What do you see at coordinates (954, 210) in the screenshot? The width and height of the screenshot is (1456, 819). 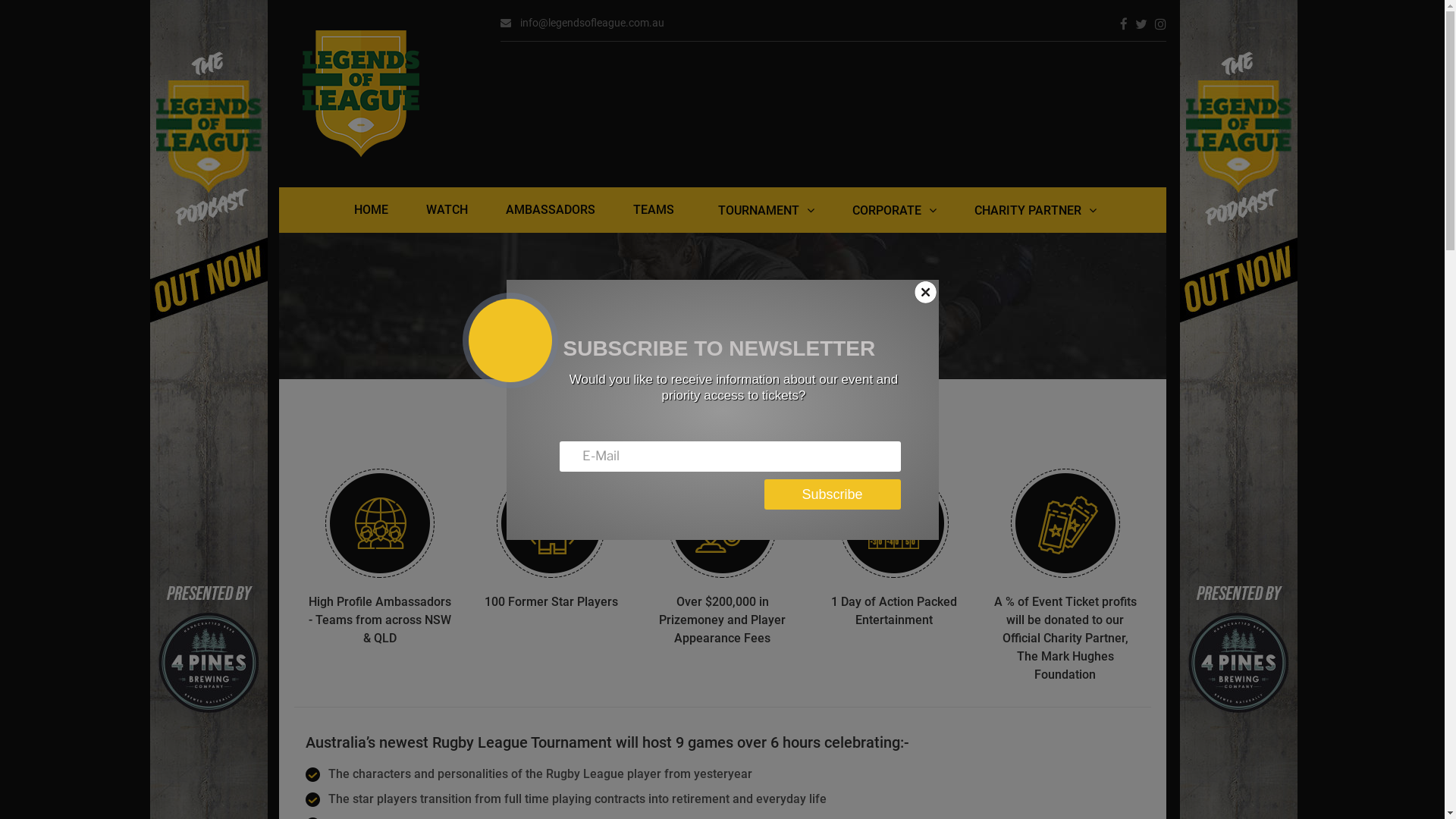 I see `'CHARITY PARTNER'` at bounding box center [954, 210].